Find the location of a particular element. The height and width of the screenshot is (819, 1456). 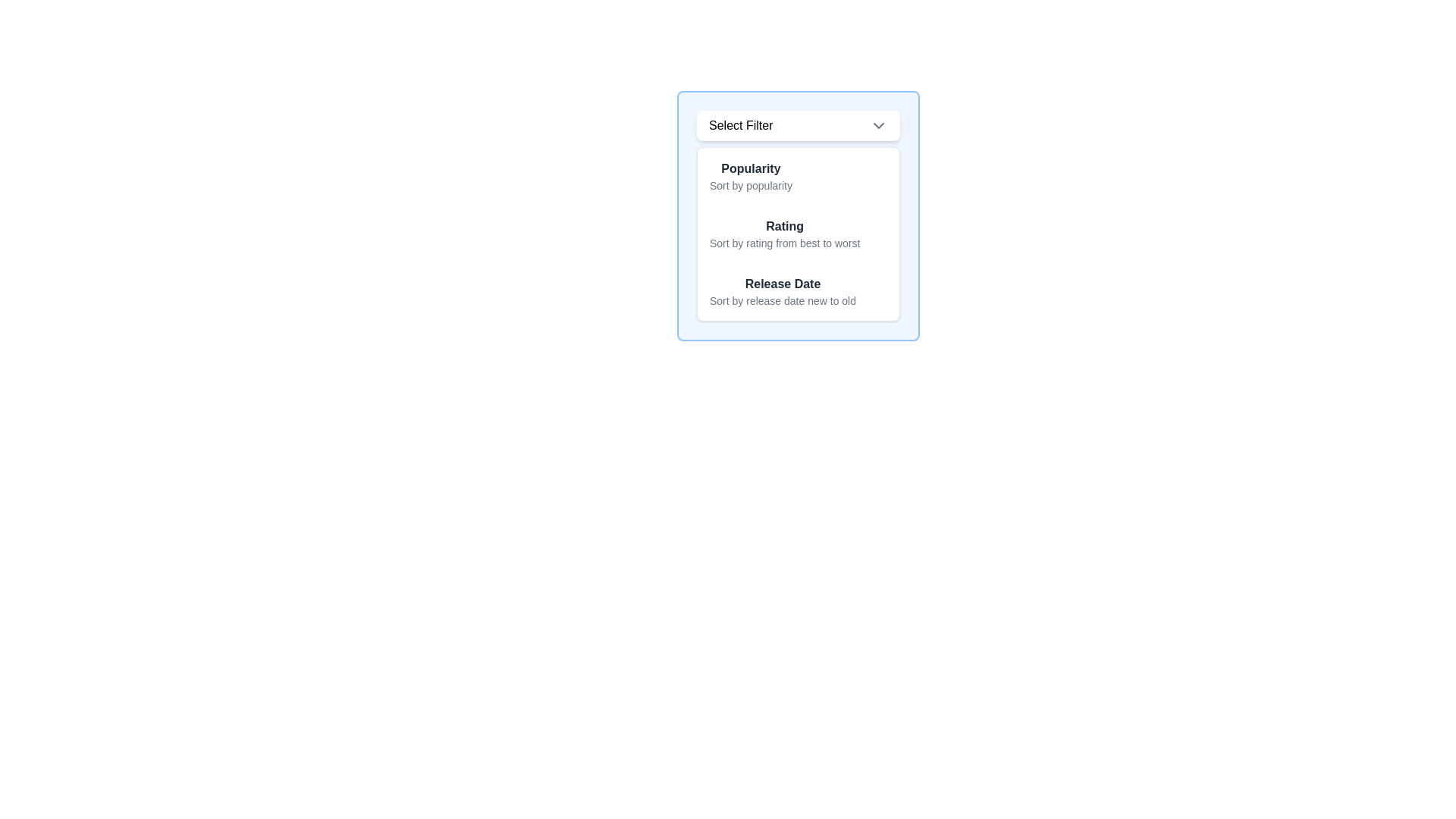

the 'Popularity' option in the 'Select Filter' dropdown menu is located at coordinates (751, 175).